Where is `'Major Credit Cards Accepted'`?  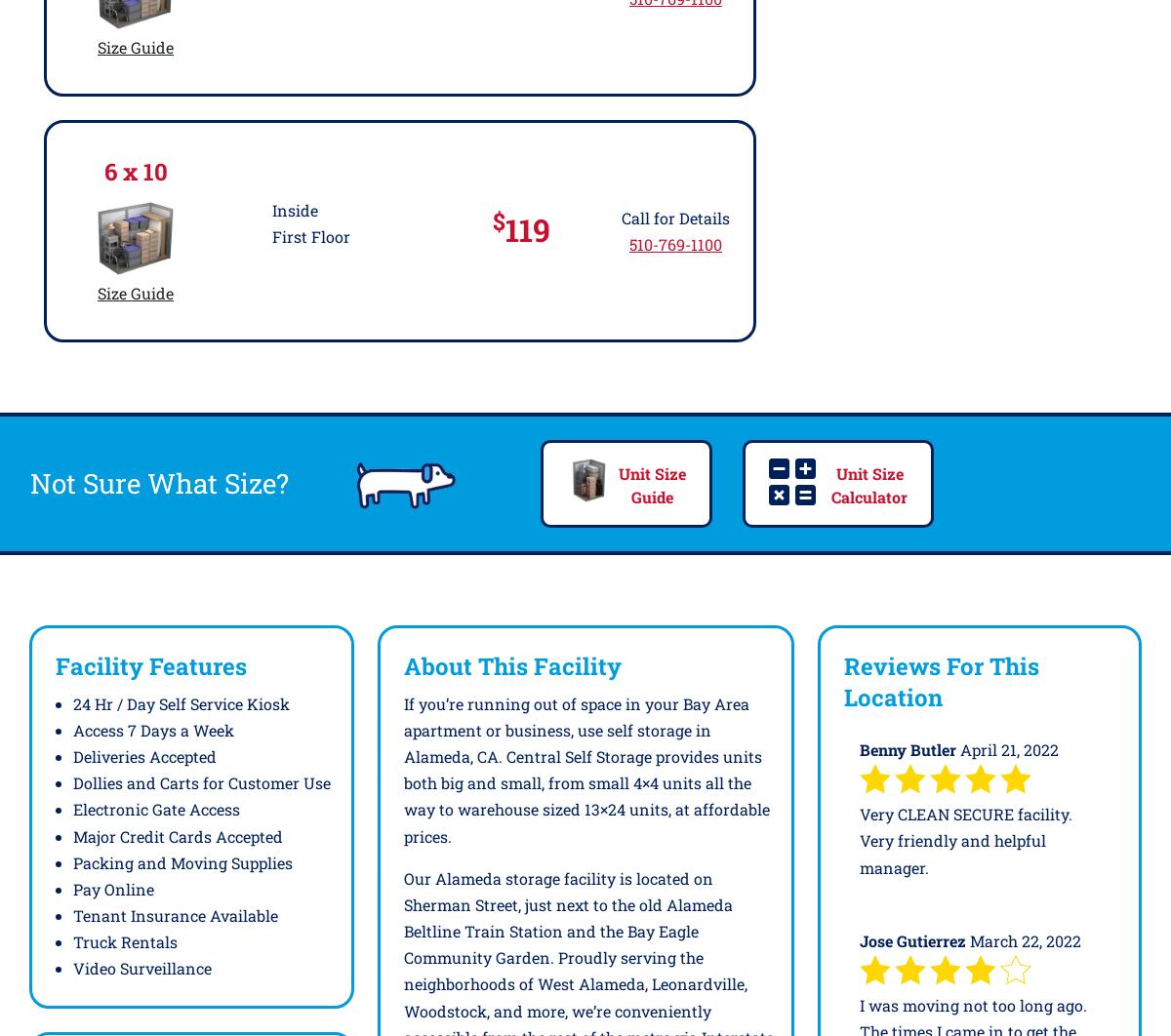 'Major Credit Cards Accepted' is located at coordinates (177, 834).